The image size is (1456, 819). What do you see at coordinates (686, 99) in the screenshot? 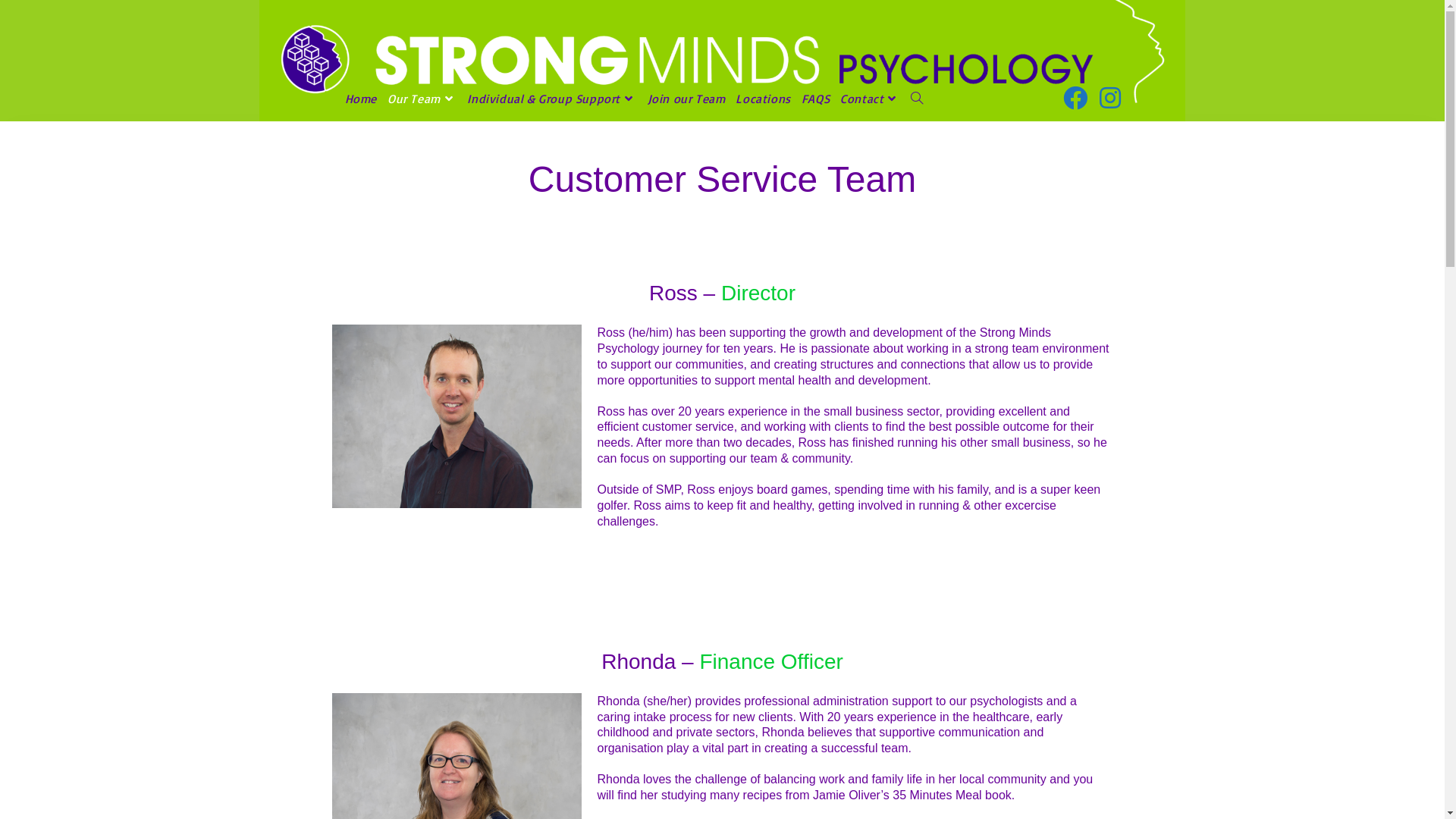
I see `'Join our Team'` at bounding box center [686, 99].